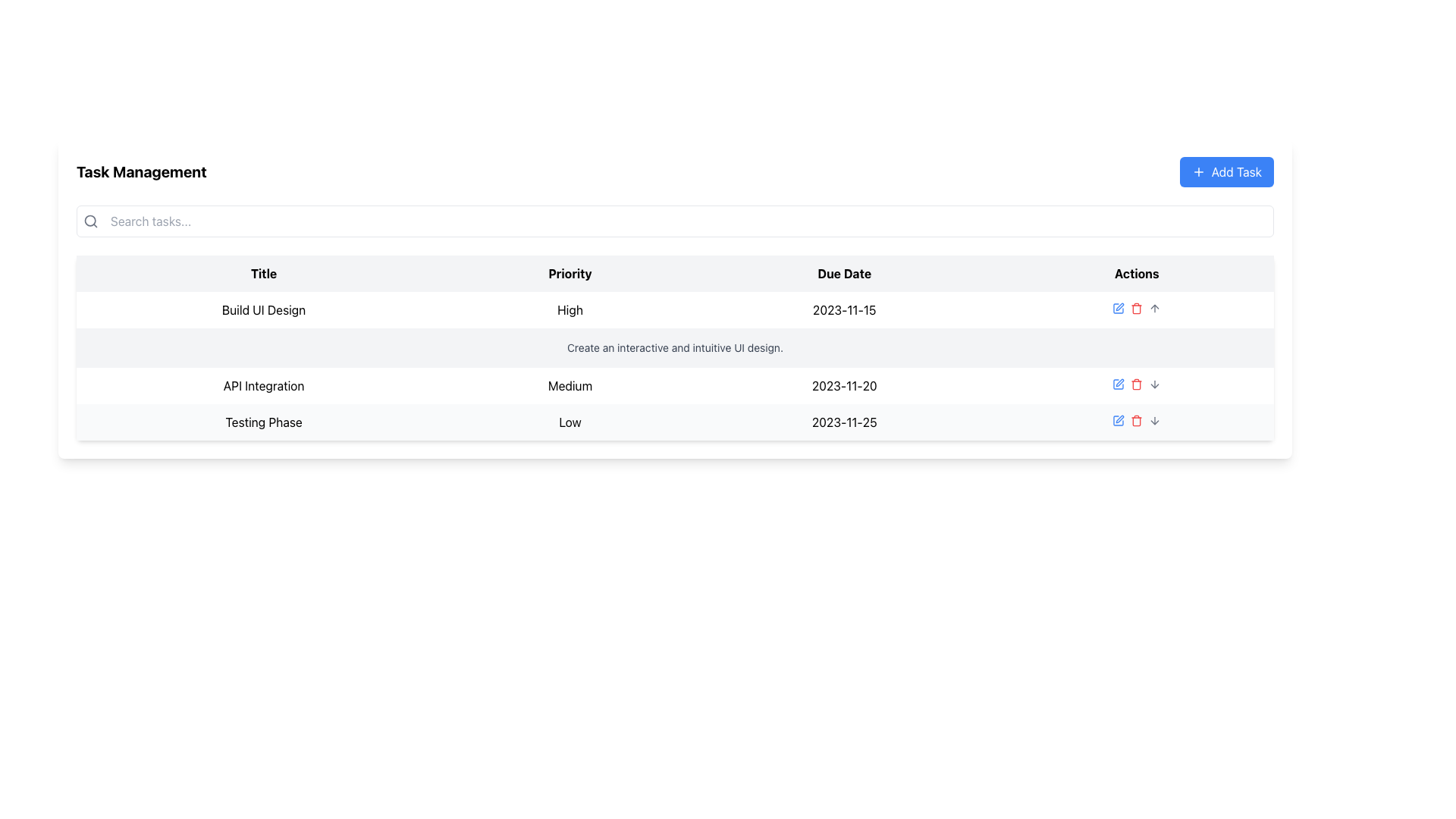  I want to click on the static text element displaying the due date '2023-11-20' for the 'API Integration' task located in the third cell of a table row, so click(843, 385).